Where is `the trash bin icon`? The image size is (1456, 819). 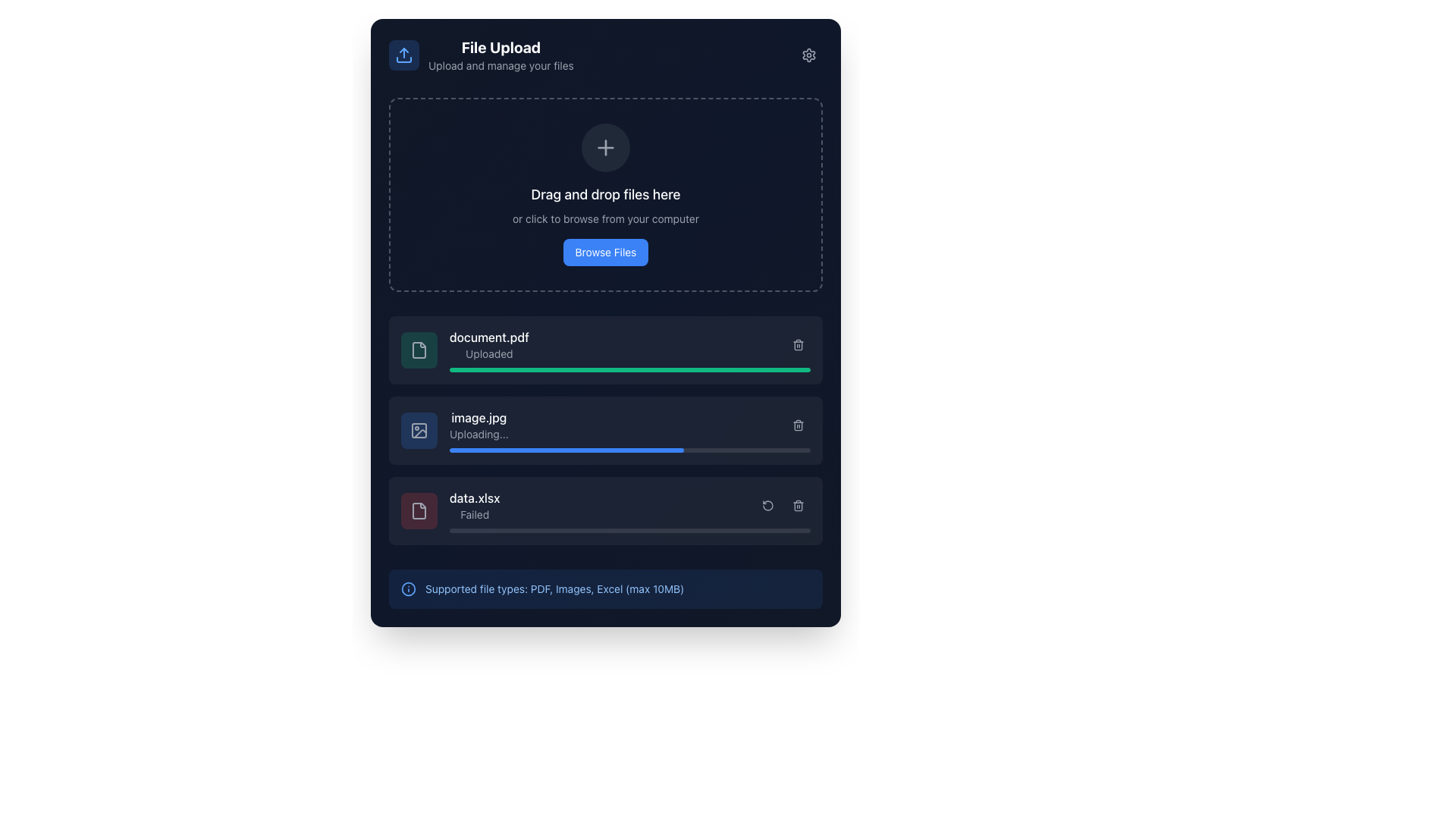
the trash bin icon is located at coordinates (797, 425).